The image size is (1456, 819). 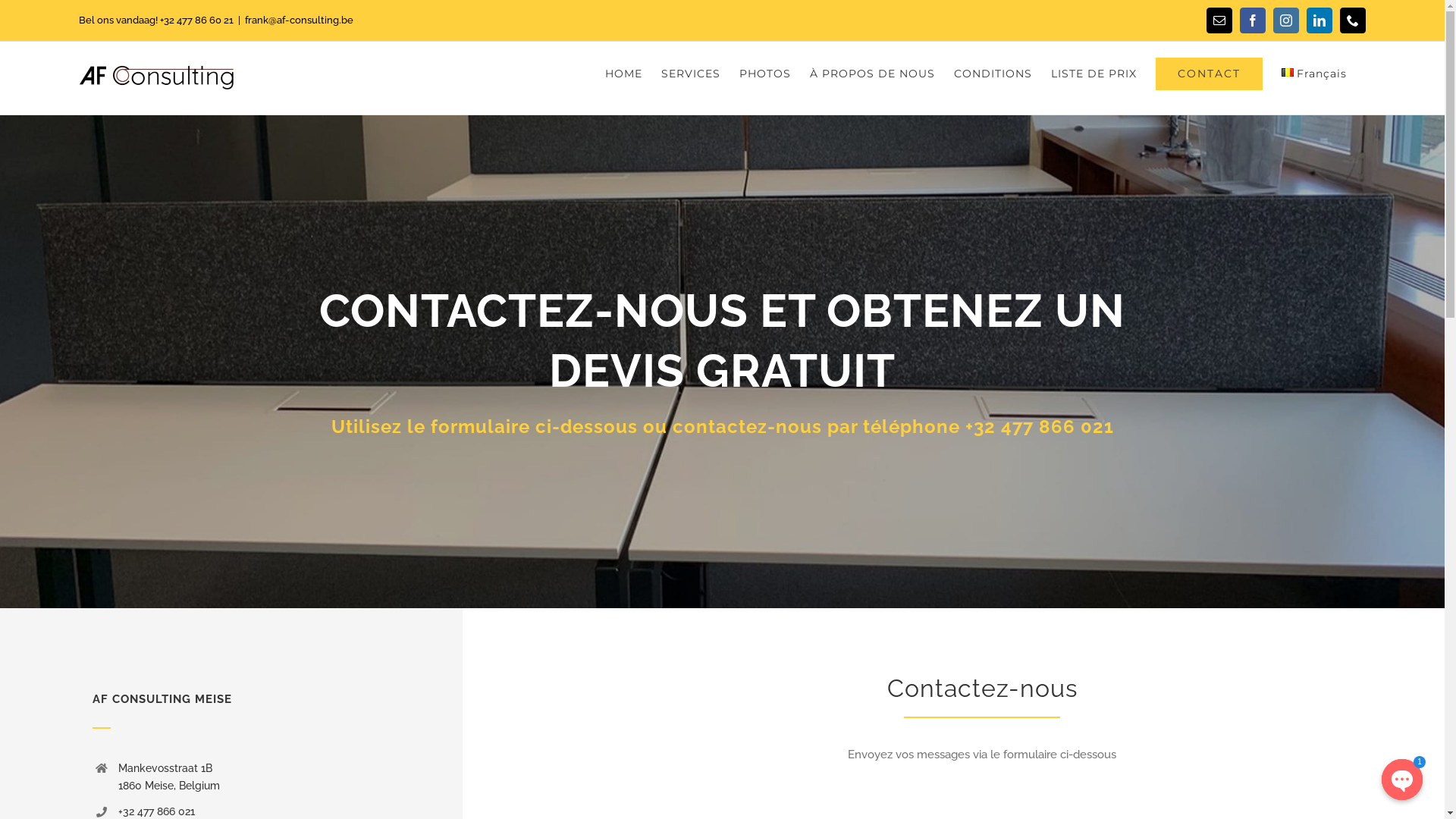 What do you see at coordinates (1252, 20) in the screenshot?
I see `'Facebook'` at bounding box center [1252, 20].